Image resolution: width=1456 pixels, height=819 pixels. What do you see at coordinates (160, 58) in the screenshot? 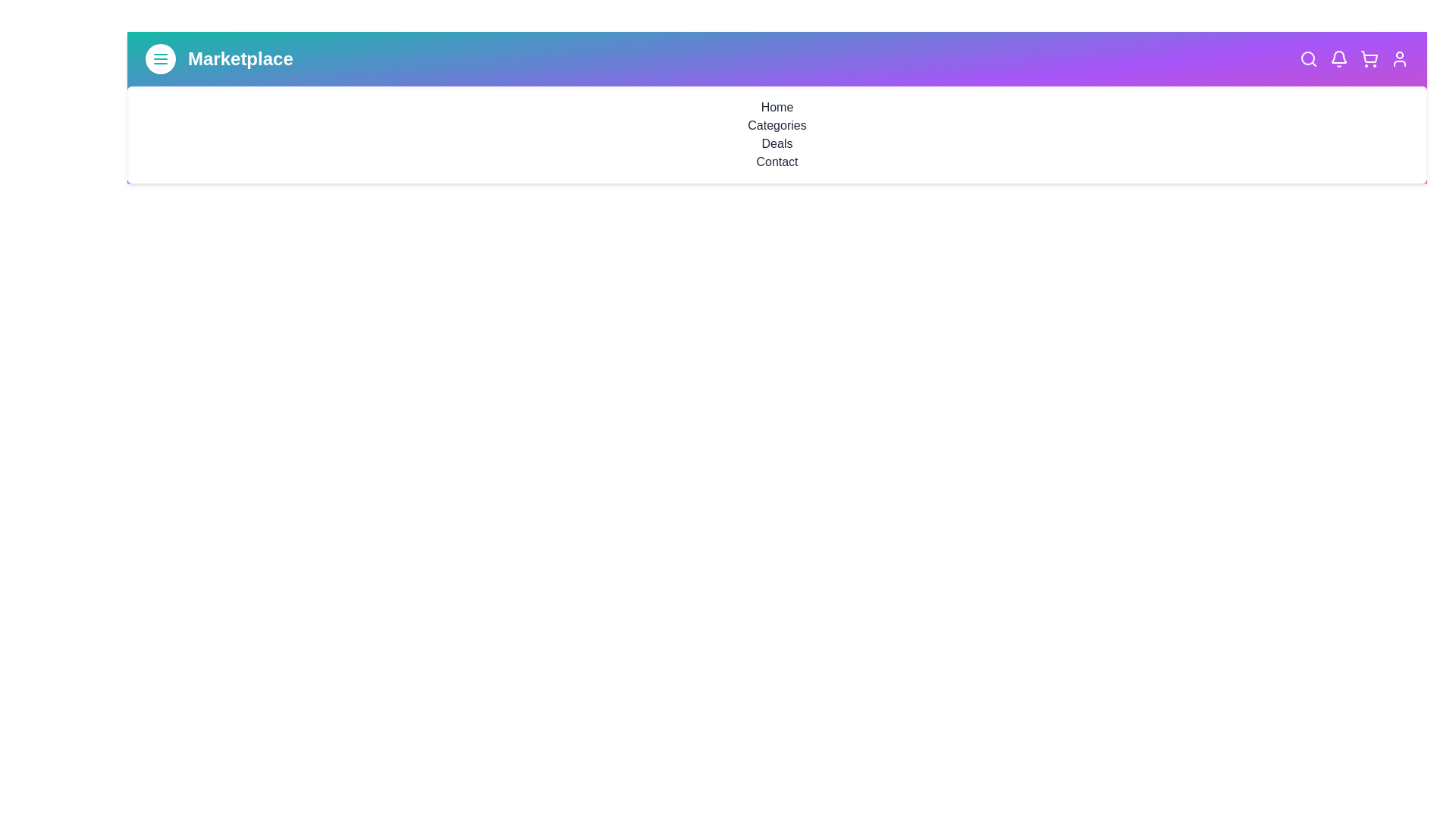
I see `the menu button to toggle the menu visibility` at bounding box center [160, 58].